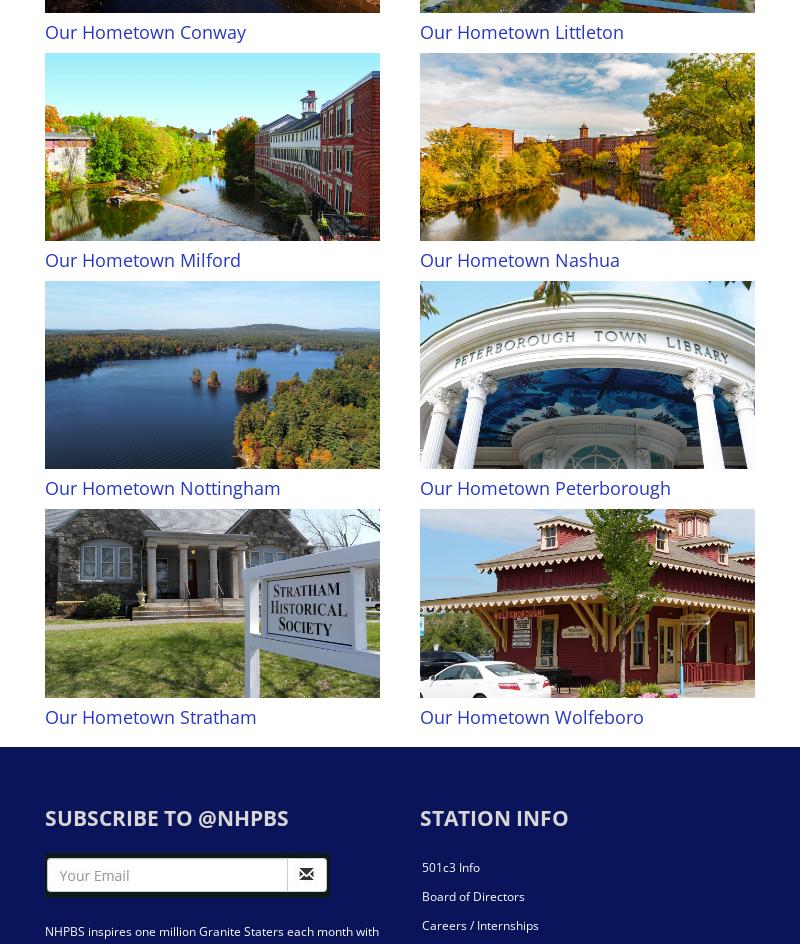 Image resolution: width=800 pixels, height=944 pixels. Describe the element at coordinates (143, 259) in the screenshot. I see `'Our Hometown Milford'` at that location.